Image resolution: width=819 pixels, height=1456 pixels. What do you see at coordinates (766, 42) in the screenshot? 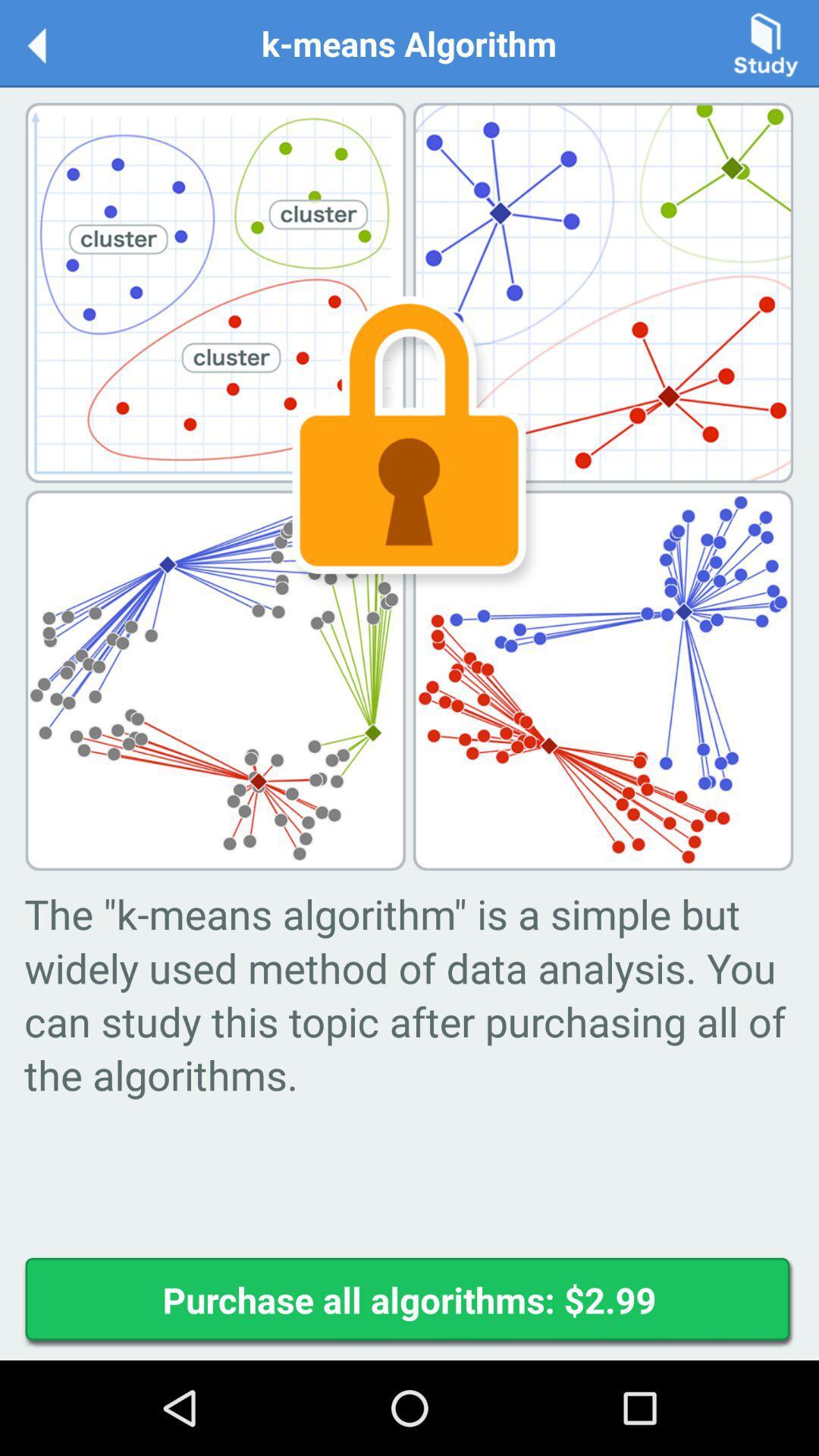
I see `opens study window` at bounding box center [766, 42].